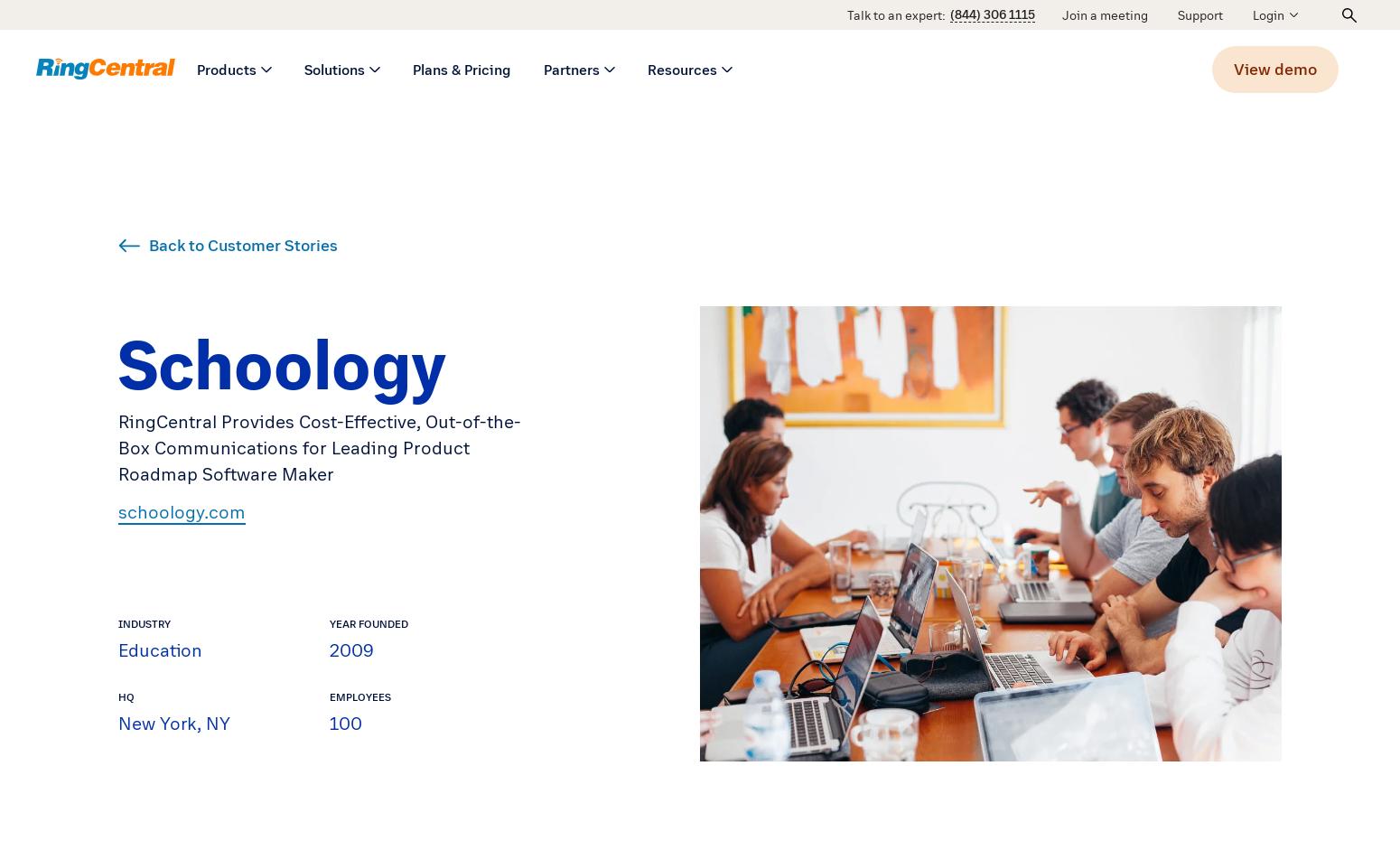 This screenshot has height=850, width=1400. What do you see at coordinates (143, 622) in the screenshot?
I see `'Industry'` at bounding box center [143, 622].